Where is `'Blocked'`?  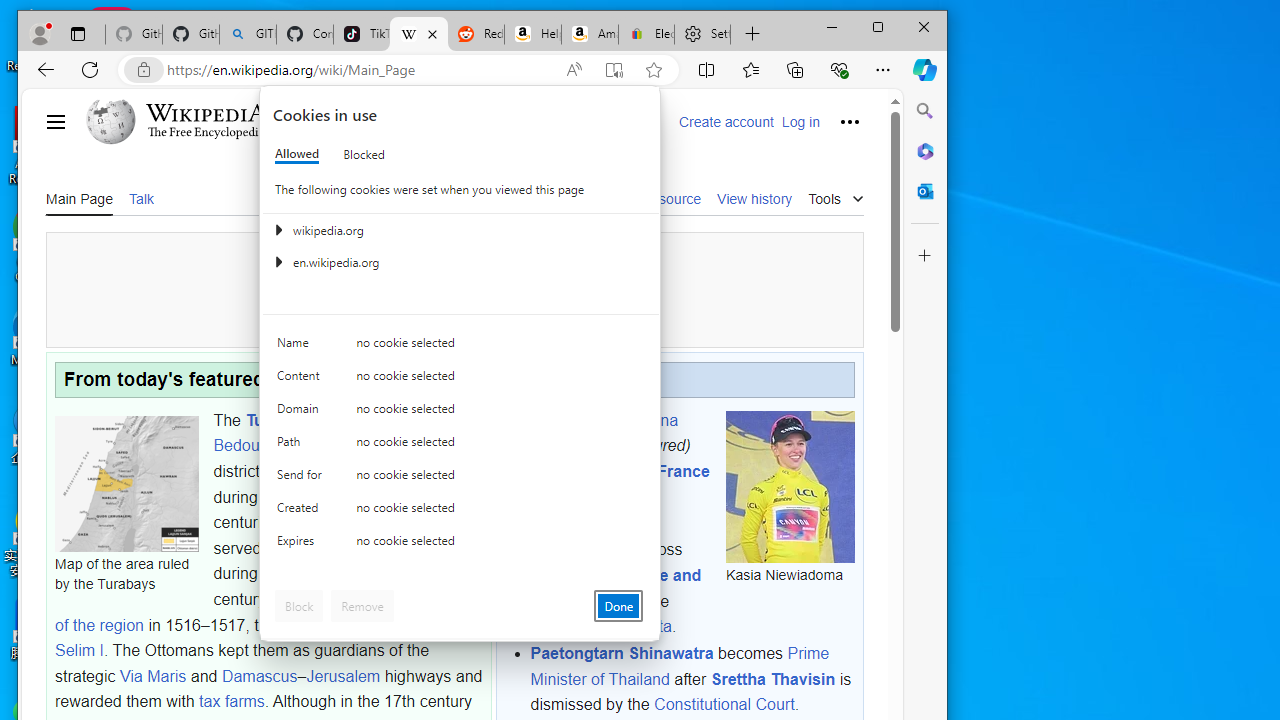
'Blocked' is located at coordinates (364, 153).